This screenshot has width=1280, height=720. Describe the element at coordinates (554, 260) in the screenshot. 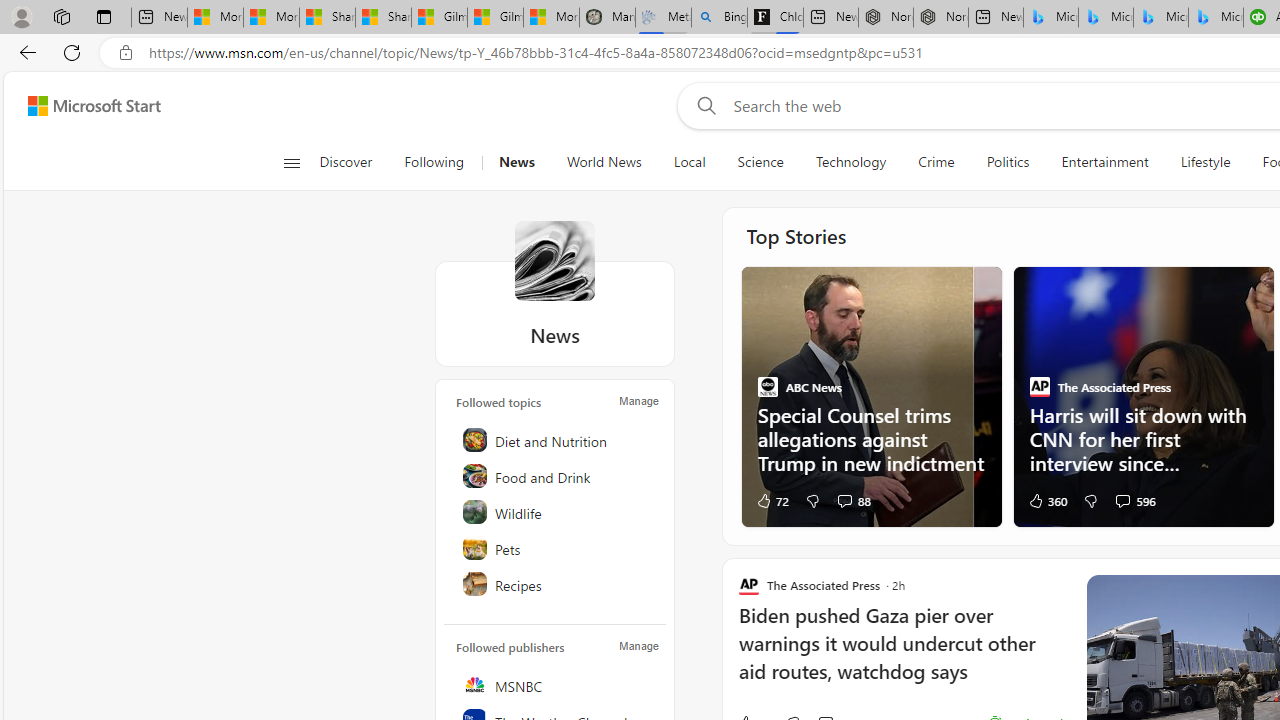

I see `'News'` at that location.